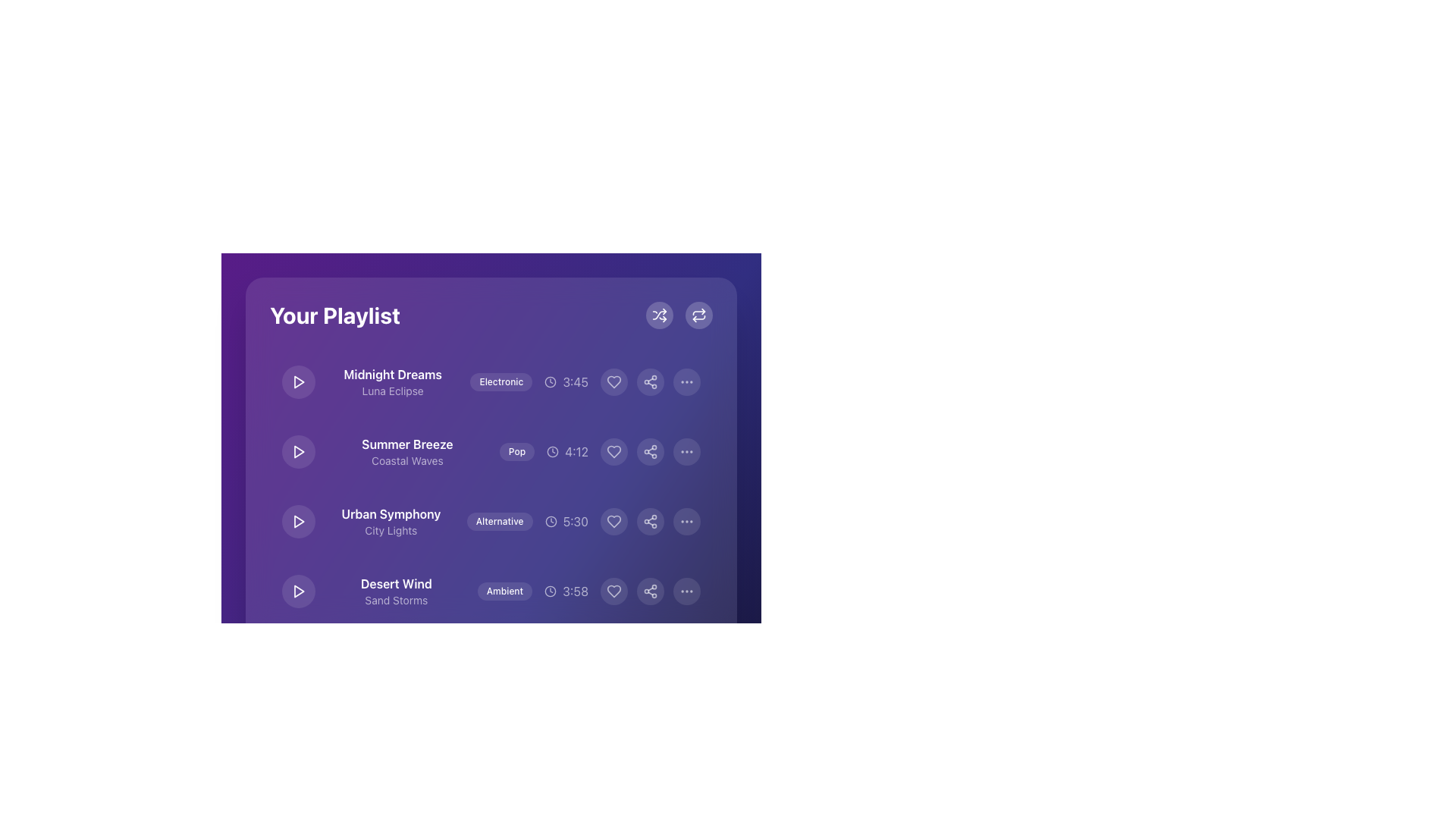 Image resolution: width=1456 pixels, height=819 pixels. I want to click on the third triangular 'Play' button located directly to the left of the song title 'Urban Symphony' in the playlist interface, so click(298, 520).